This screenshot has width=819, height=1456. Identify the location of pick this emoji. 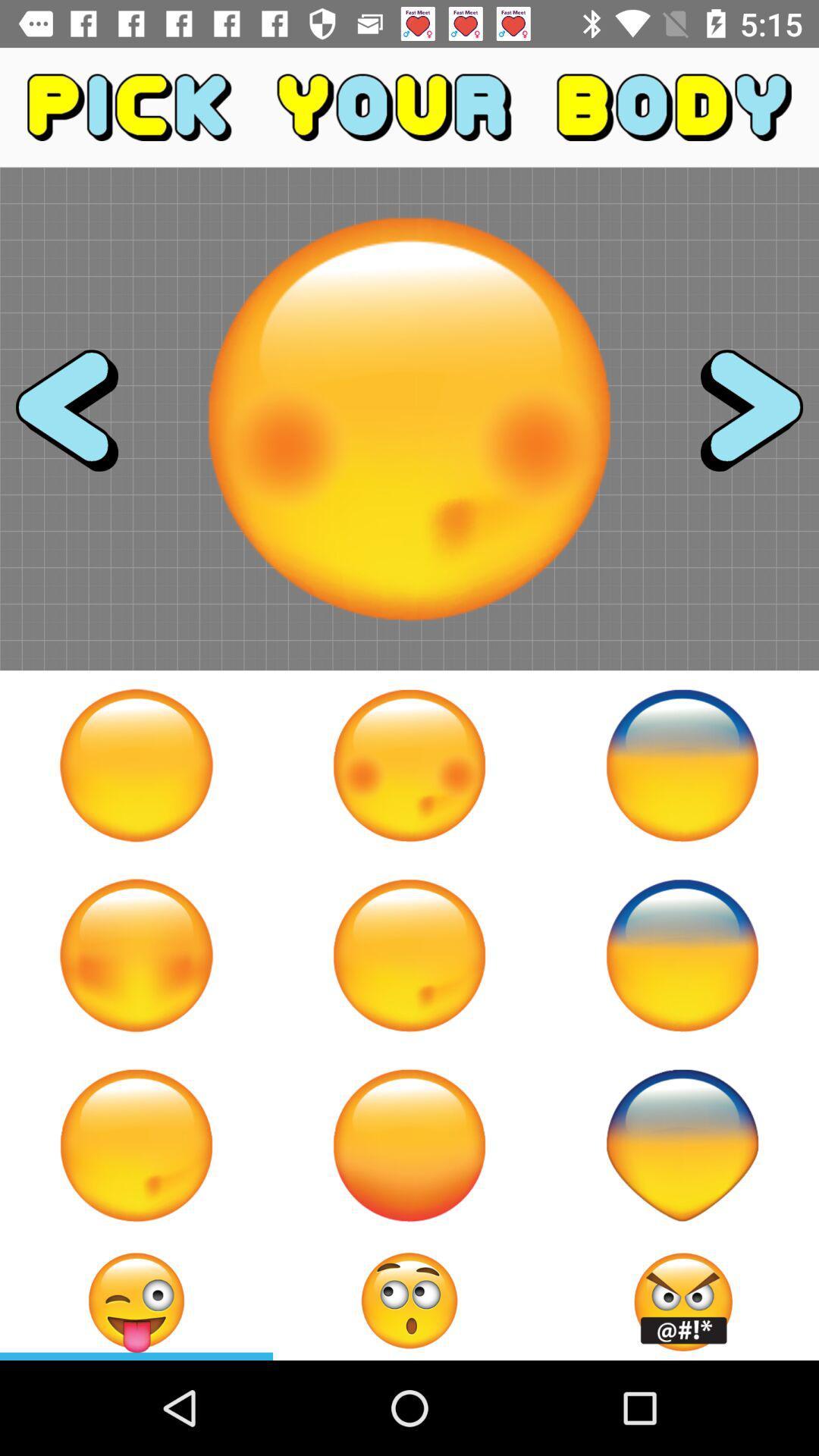
(409, 1145).